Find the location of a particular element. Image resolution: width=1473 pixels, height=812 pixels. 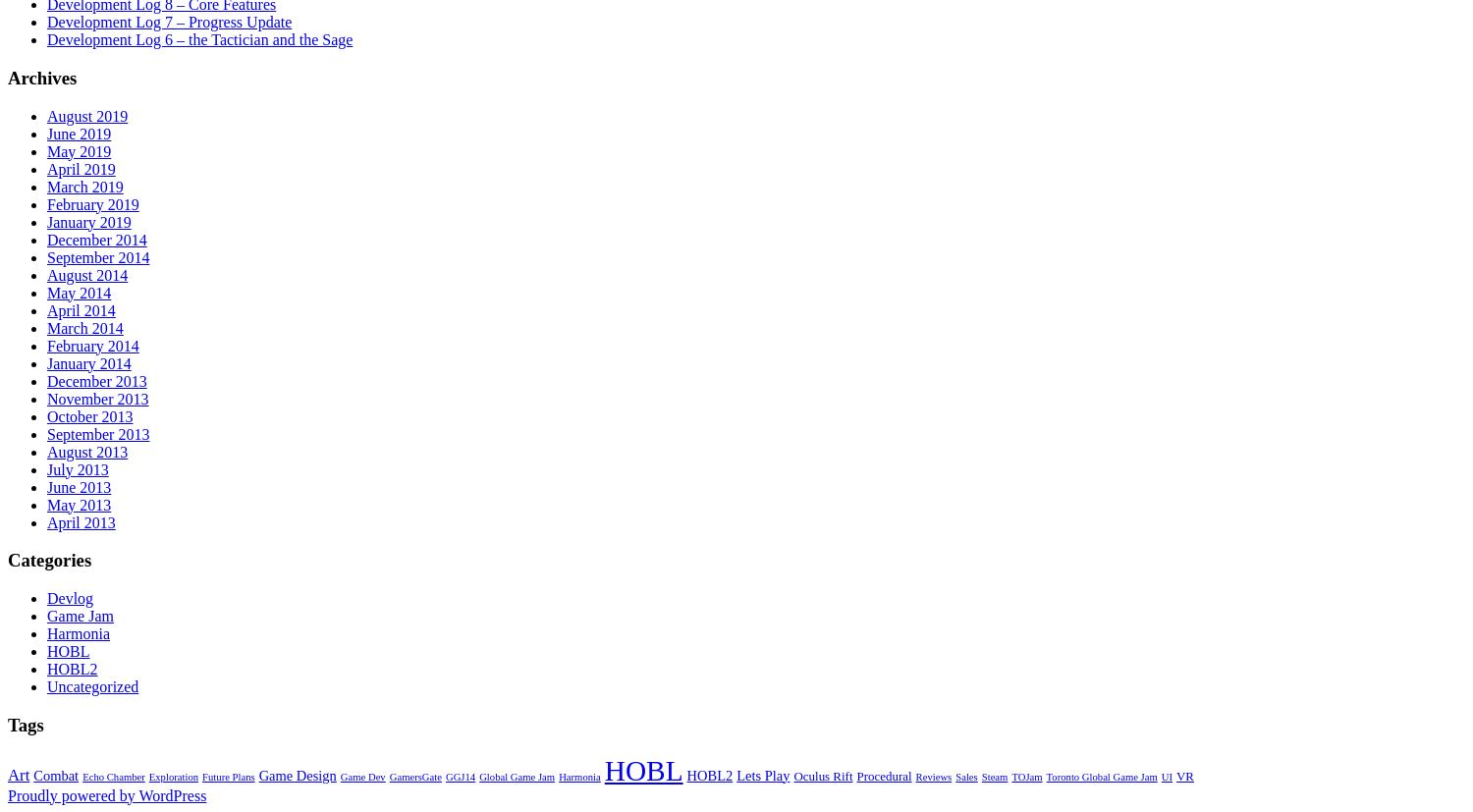

'Devlog' is located at coordinates (69, 597).